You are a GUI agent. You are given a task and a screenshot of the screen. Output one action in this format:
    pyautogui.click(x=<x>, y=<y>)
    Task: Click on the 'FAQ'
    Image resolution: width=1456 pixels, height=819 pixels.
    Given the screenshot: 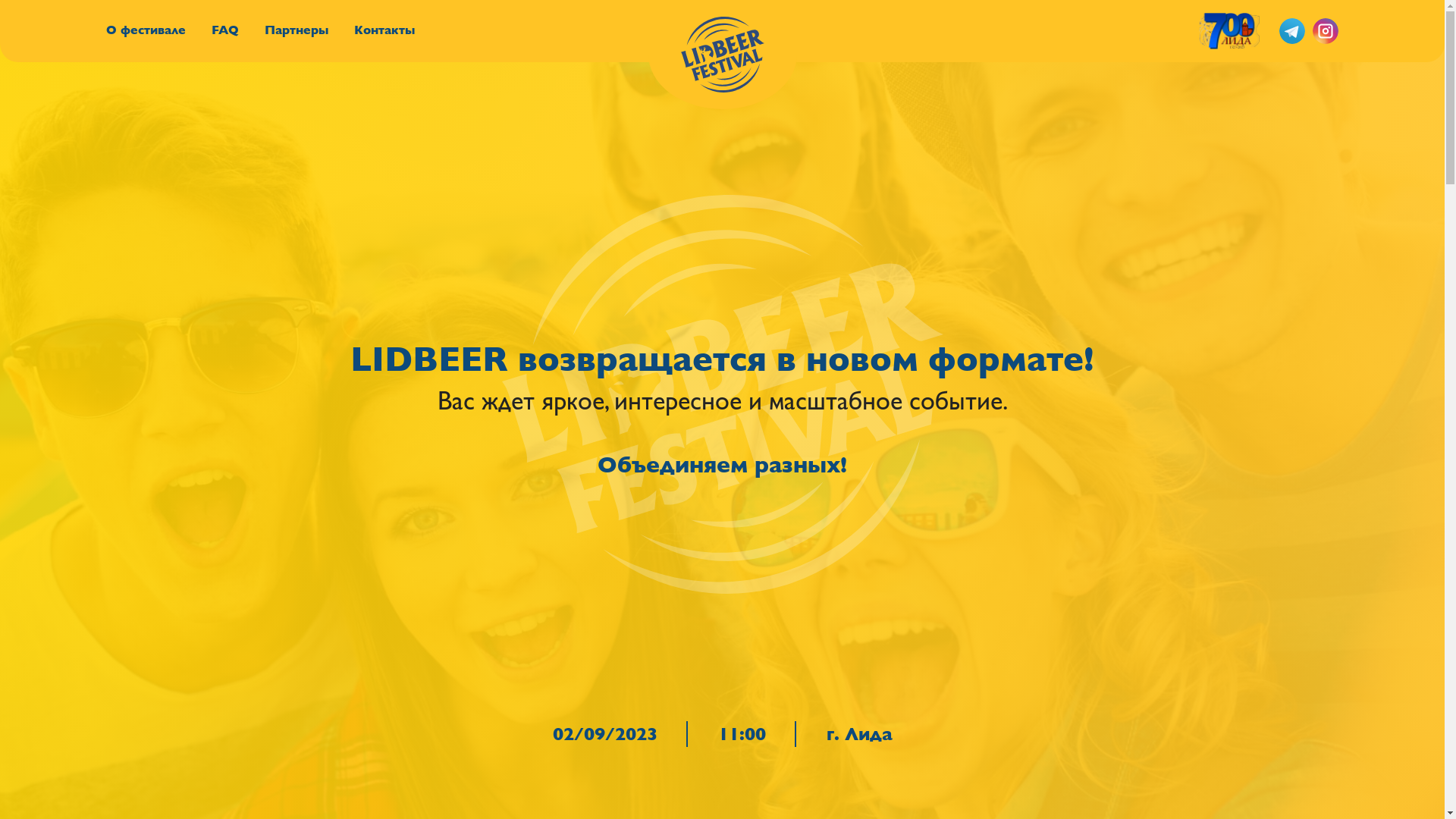 What is the action you would take?
    pyautogui.click(x=224, y=30)
    